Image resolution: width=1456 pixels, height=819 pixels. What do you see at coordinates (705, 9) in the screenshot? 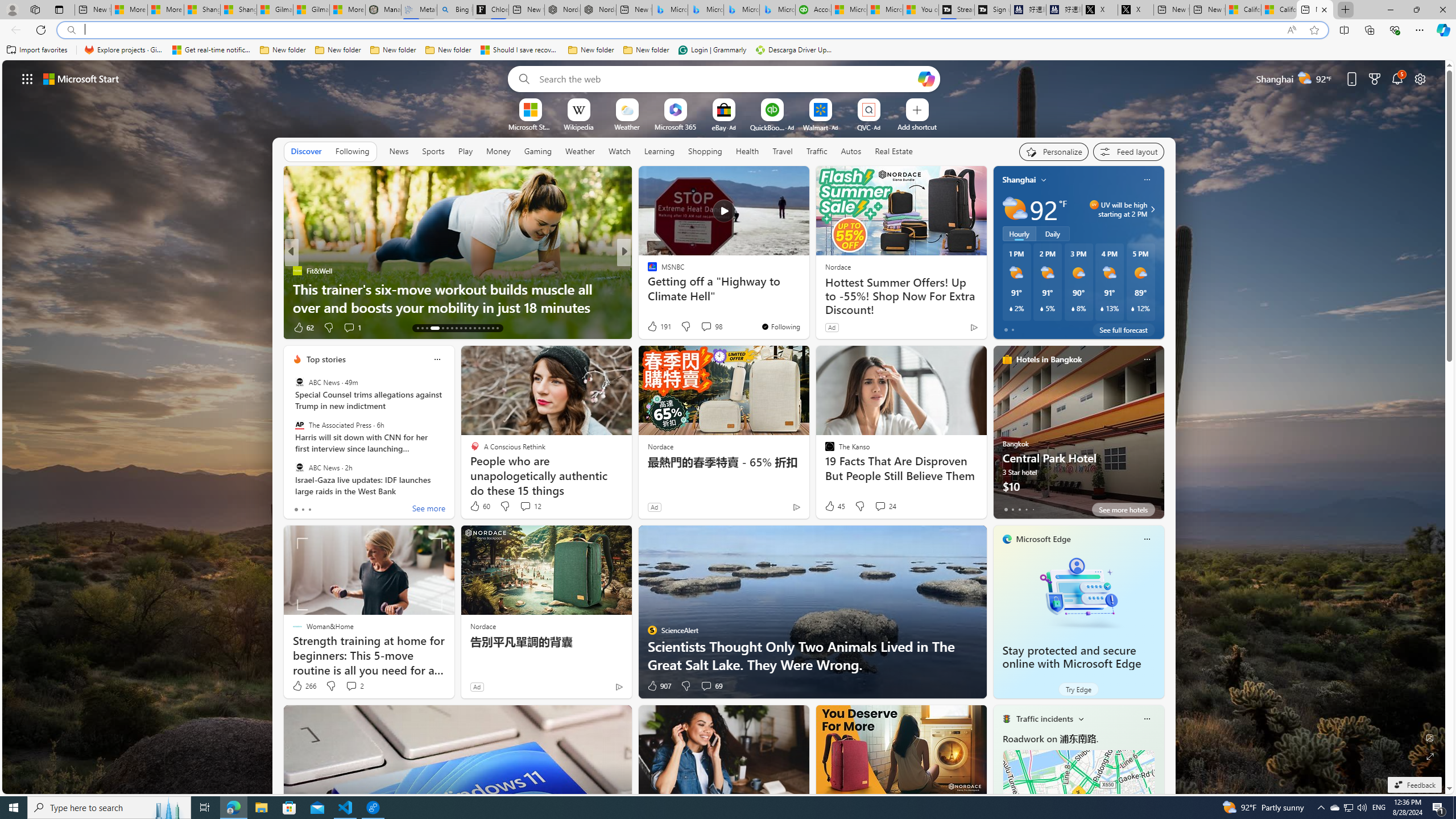
I see `'Microsoft Bing Travel - Stays in Bangkok, Bangkok, Thailand'` at bounding box center [705, 9].